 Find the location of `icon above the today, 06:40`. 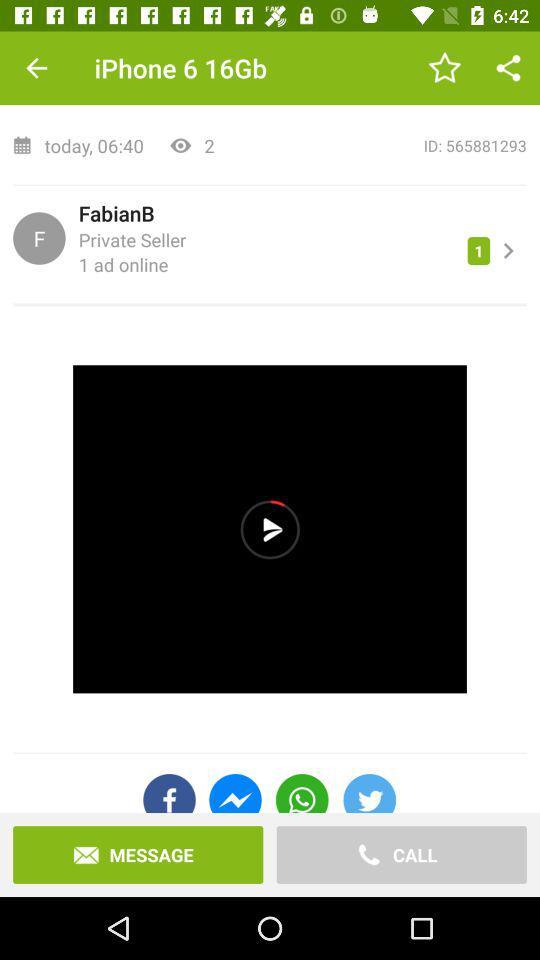

icon above the today, 06:40 is located at coordinates (270, 69).